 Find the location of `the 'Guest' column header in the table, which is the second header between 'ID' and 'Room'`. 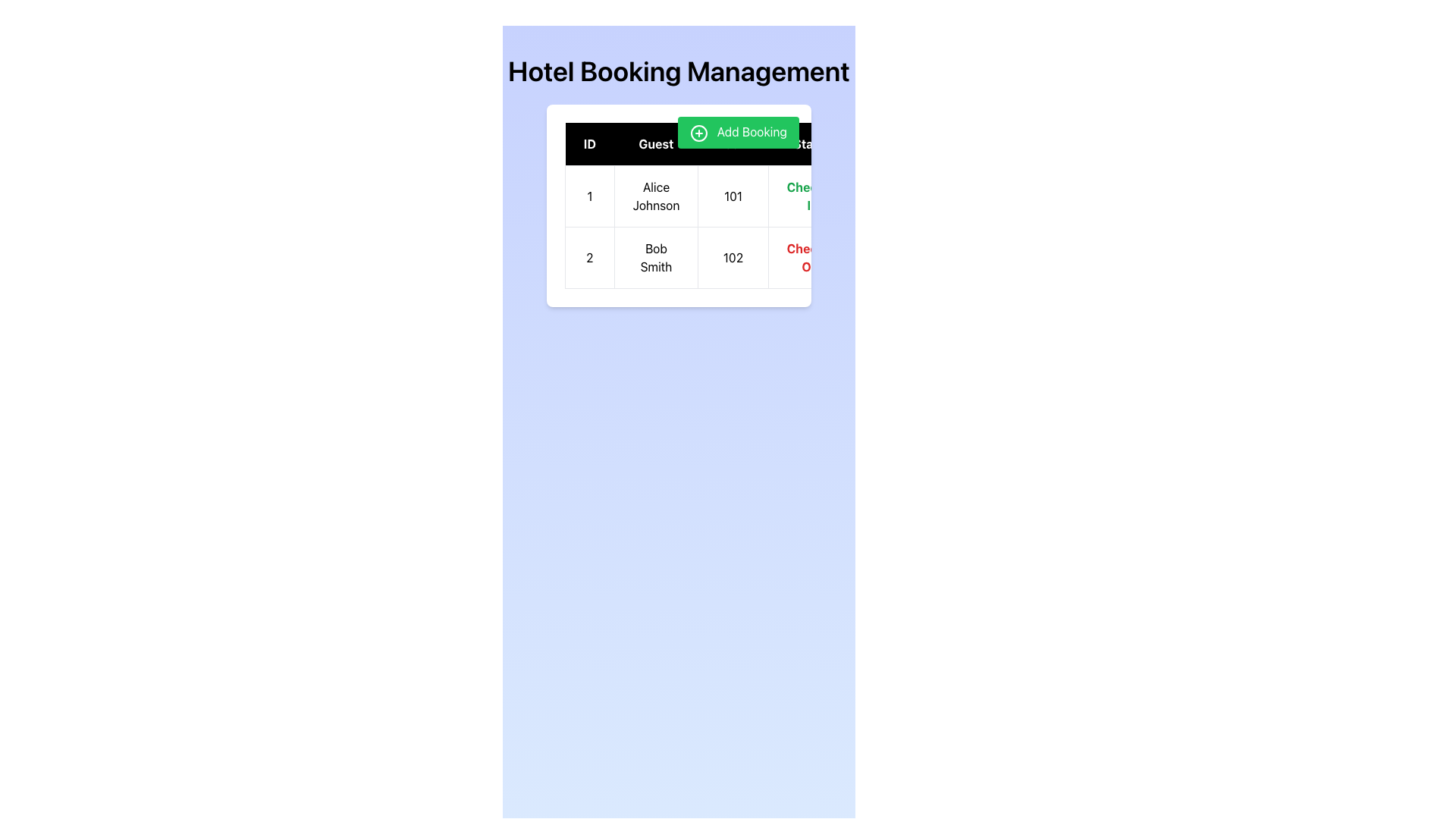

the 'Guest' column header in the table, which is the second header between 'ID' and 'Room' is located at coordinates (656, 144).